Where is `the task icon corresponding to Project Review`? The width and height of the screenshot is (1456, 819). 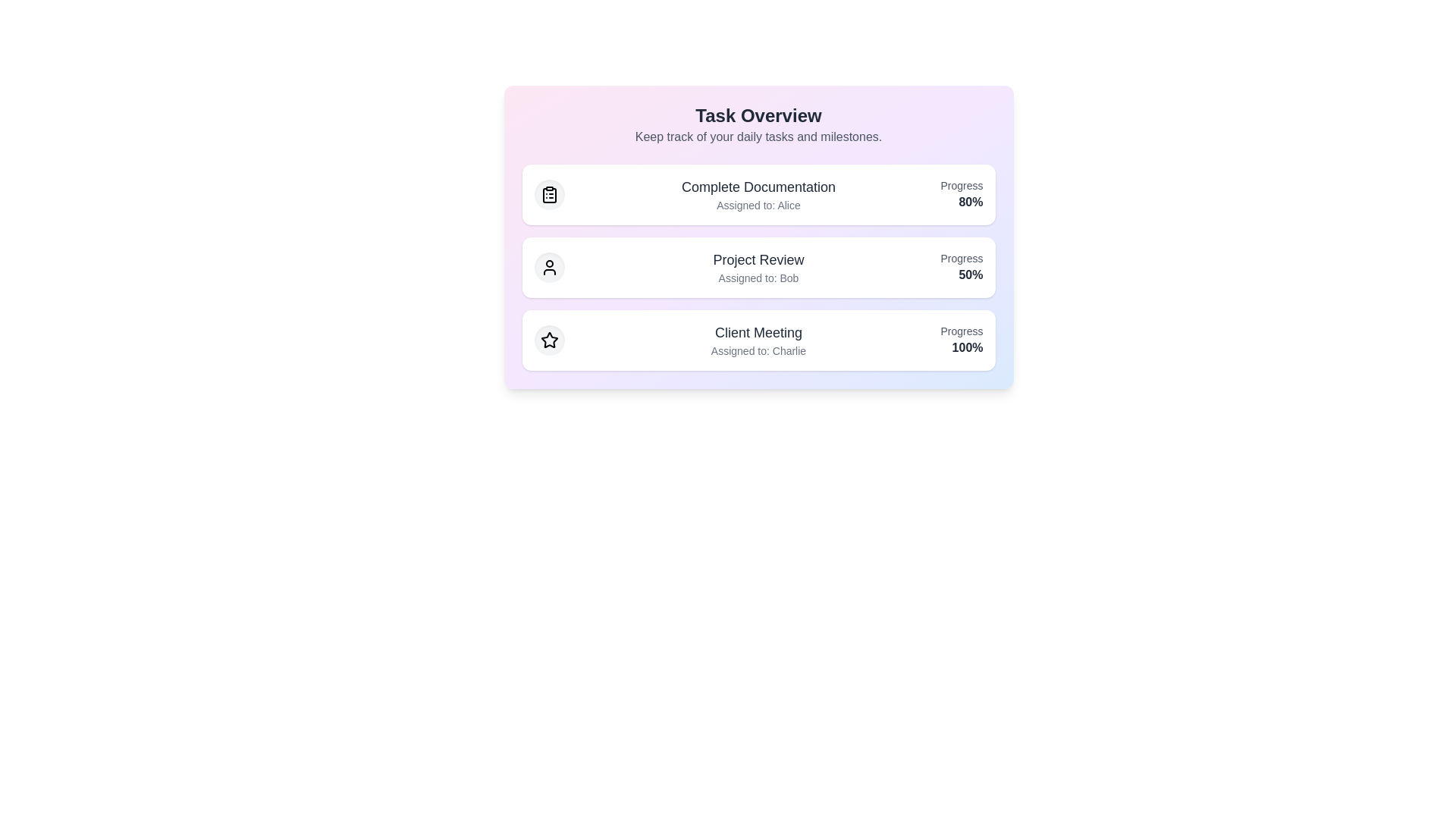 the task icon corresponding to Project Review is located at coordinates (548, 267).